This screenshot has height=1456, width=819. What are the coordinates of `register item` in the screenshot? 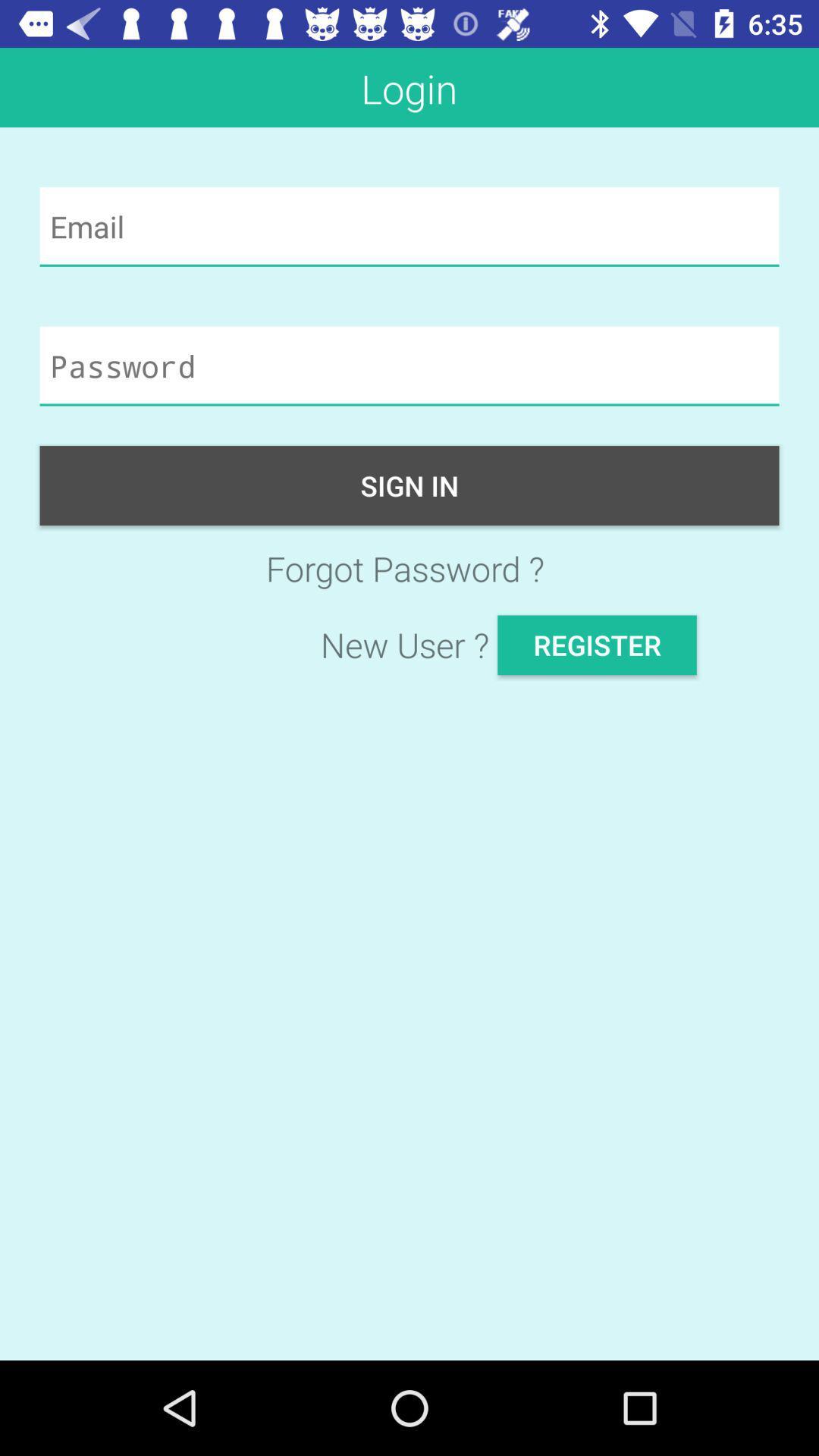 It's located at (596, 645).